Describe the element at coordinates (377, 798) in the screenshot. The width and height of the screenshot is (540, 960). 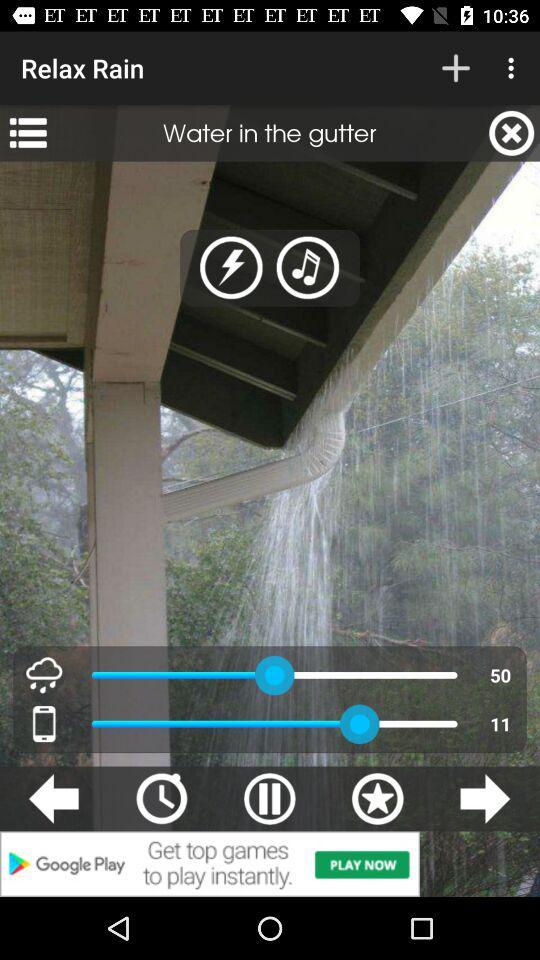
I see `the star icon` at that location.